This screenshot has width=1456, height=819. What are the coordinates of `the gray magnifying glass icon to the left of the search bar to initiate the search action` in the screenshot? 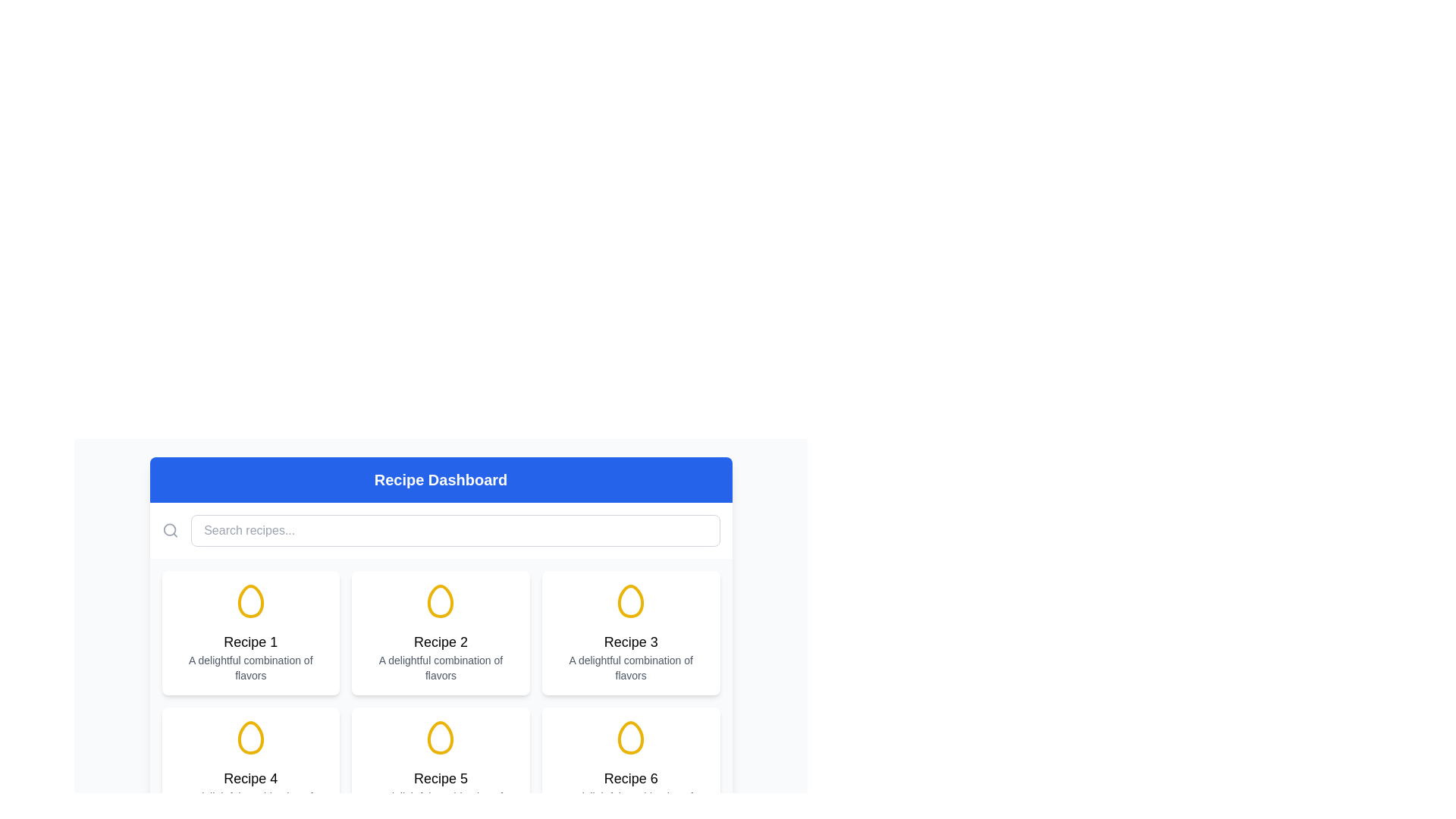 It's located at (170, 529).